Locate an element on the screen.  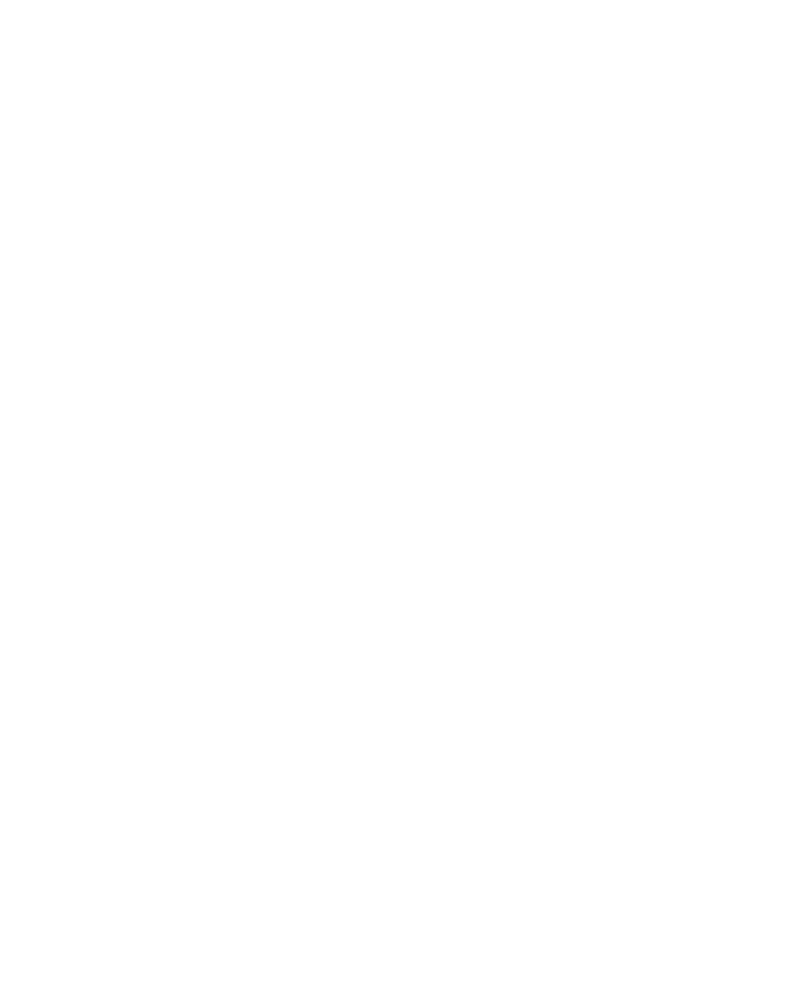
'Merging Technologies Debuts Venue Mission Software for Anubis' is located at coordinates (352, 579).